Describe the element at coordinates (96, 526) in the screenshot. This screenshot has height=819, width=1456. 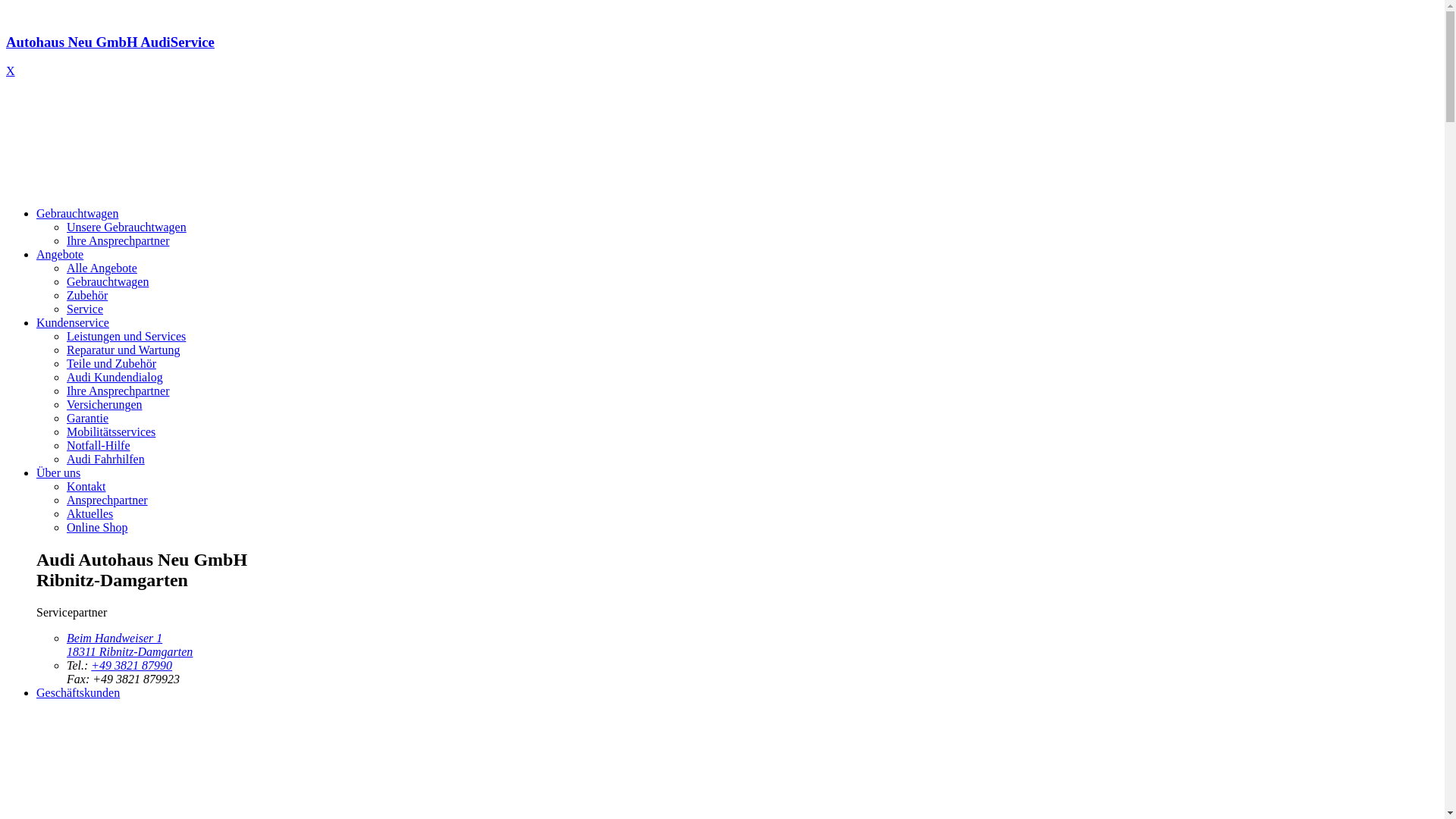
I see `'Online Shop'` at that location.